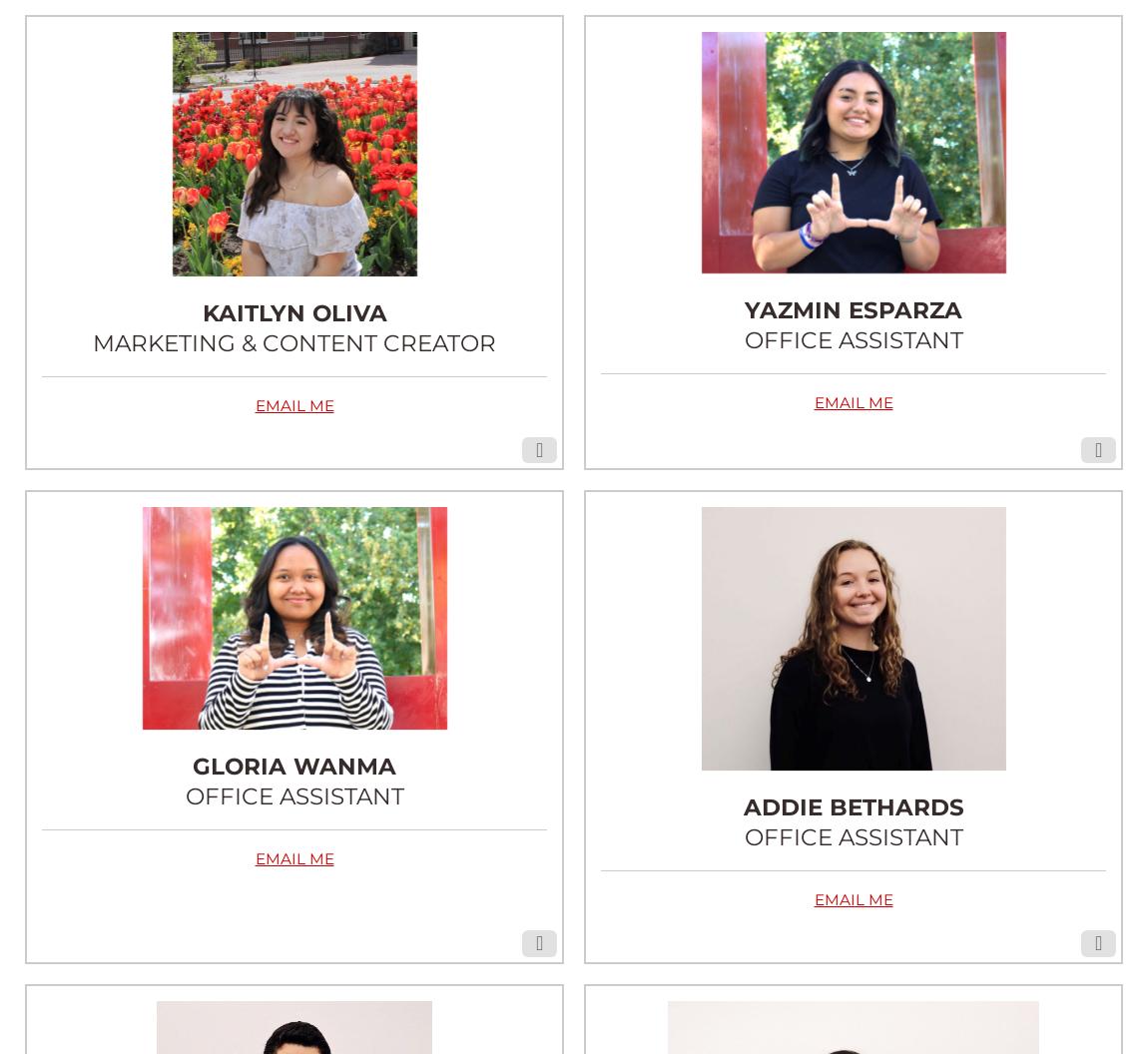 The height and width of the screenshot is (1054, 1148). I want to click on 'ABOUT CHRISTINA', so click(777, 1010).